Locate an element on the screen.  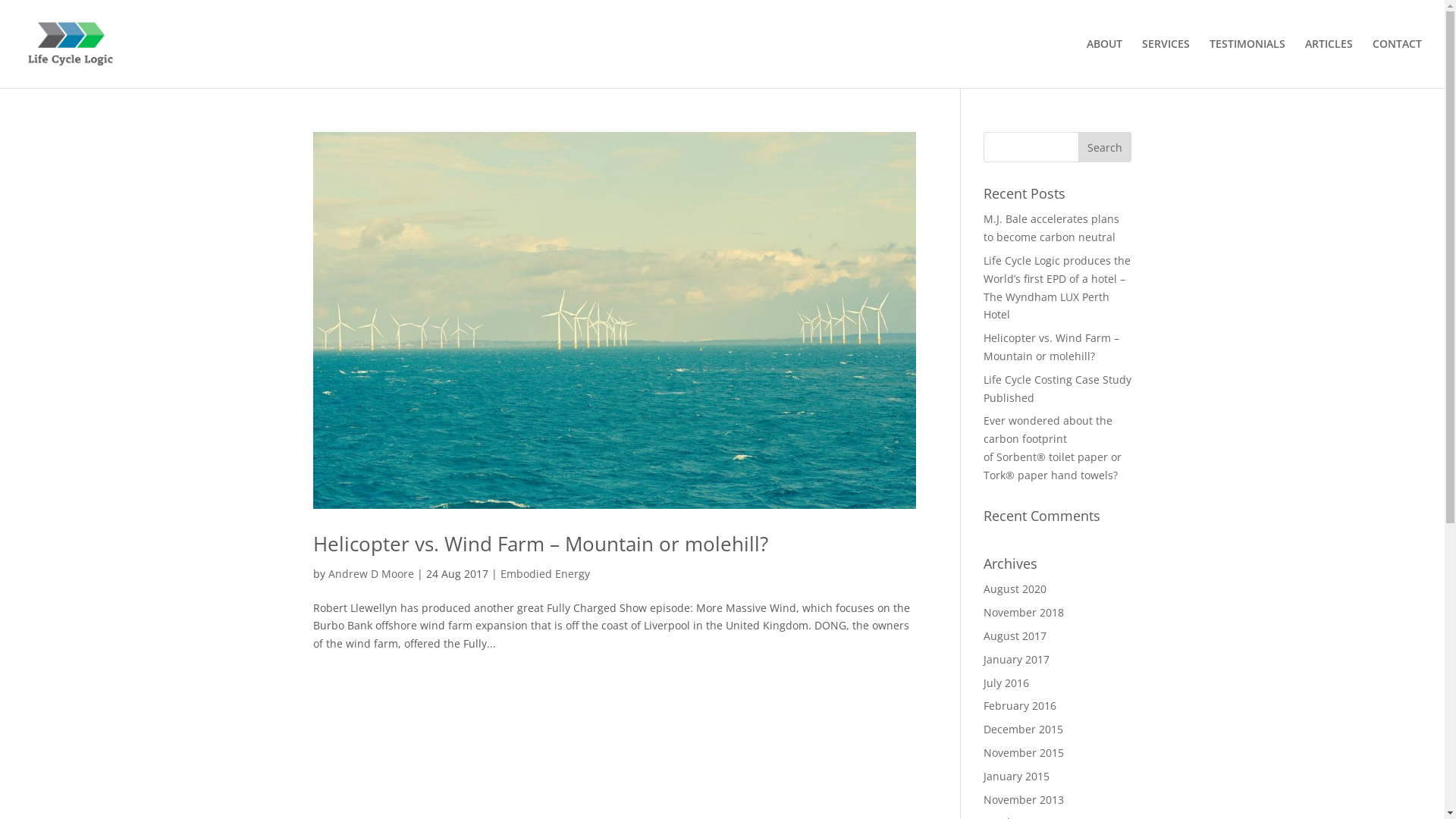
'ABOUT' is located at coordinates (1104, 62).